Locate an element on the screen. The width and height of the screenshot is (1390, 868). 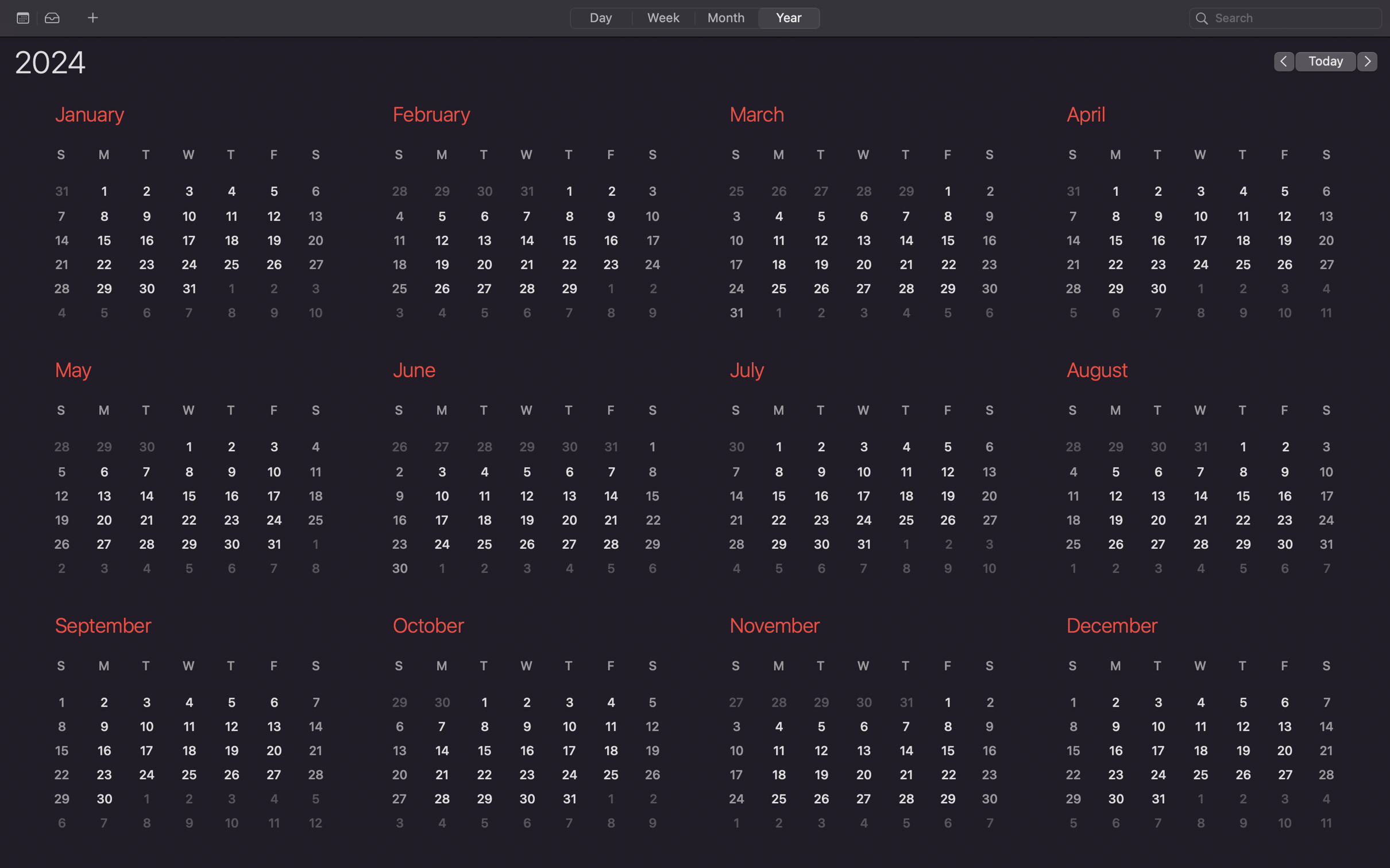
the calendar of October month is located at coordinates (524, 727).